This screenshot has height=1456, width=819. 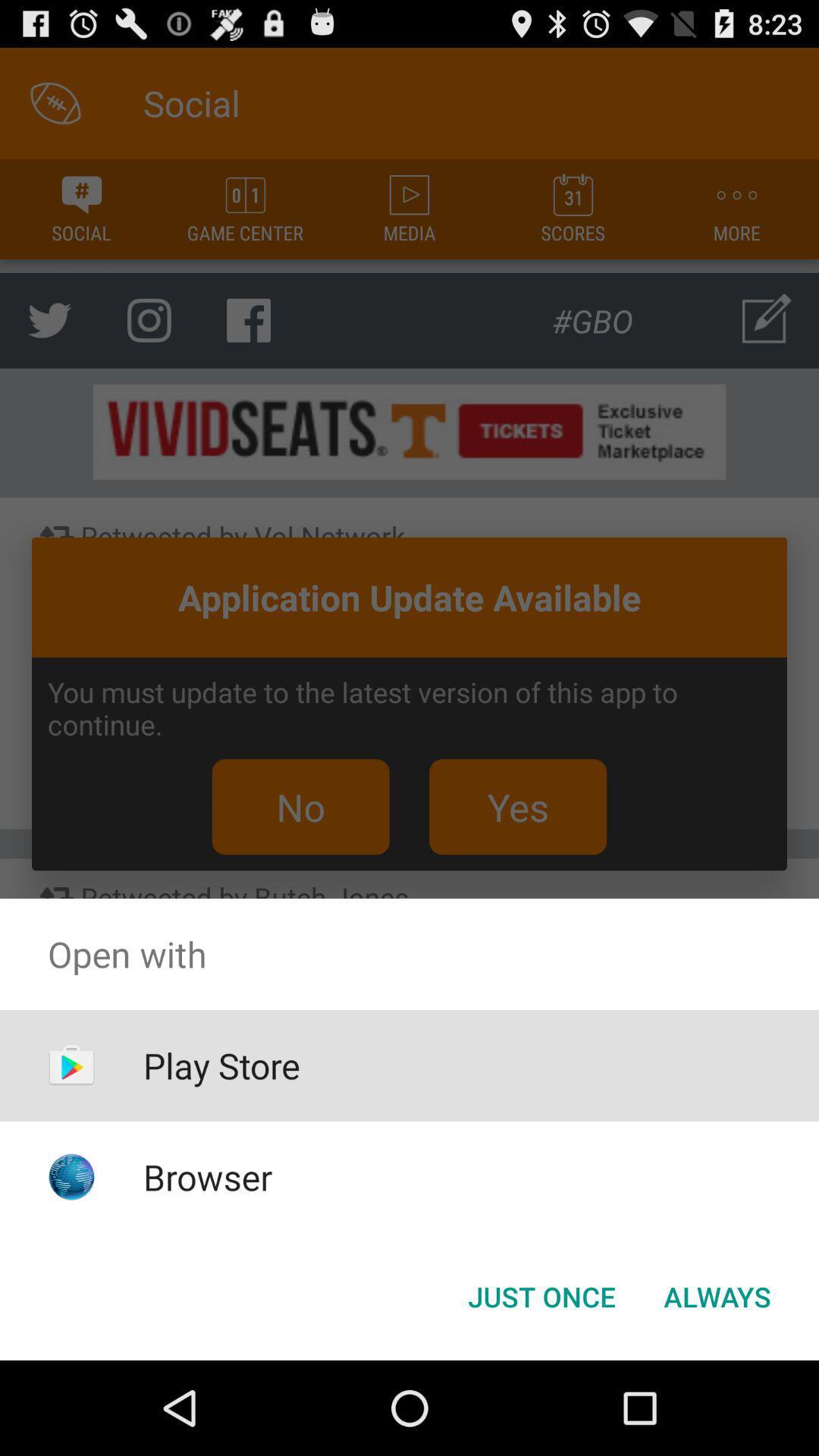 What do you see at coordinates (221, 1065) in the screenshot?
I see `play store app` at bounding box center [221, 1065].